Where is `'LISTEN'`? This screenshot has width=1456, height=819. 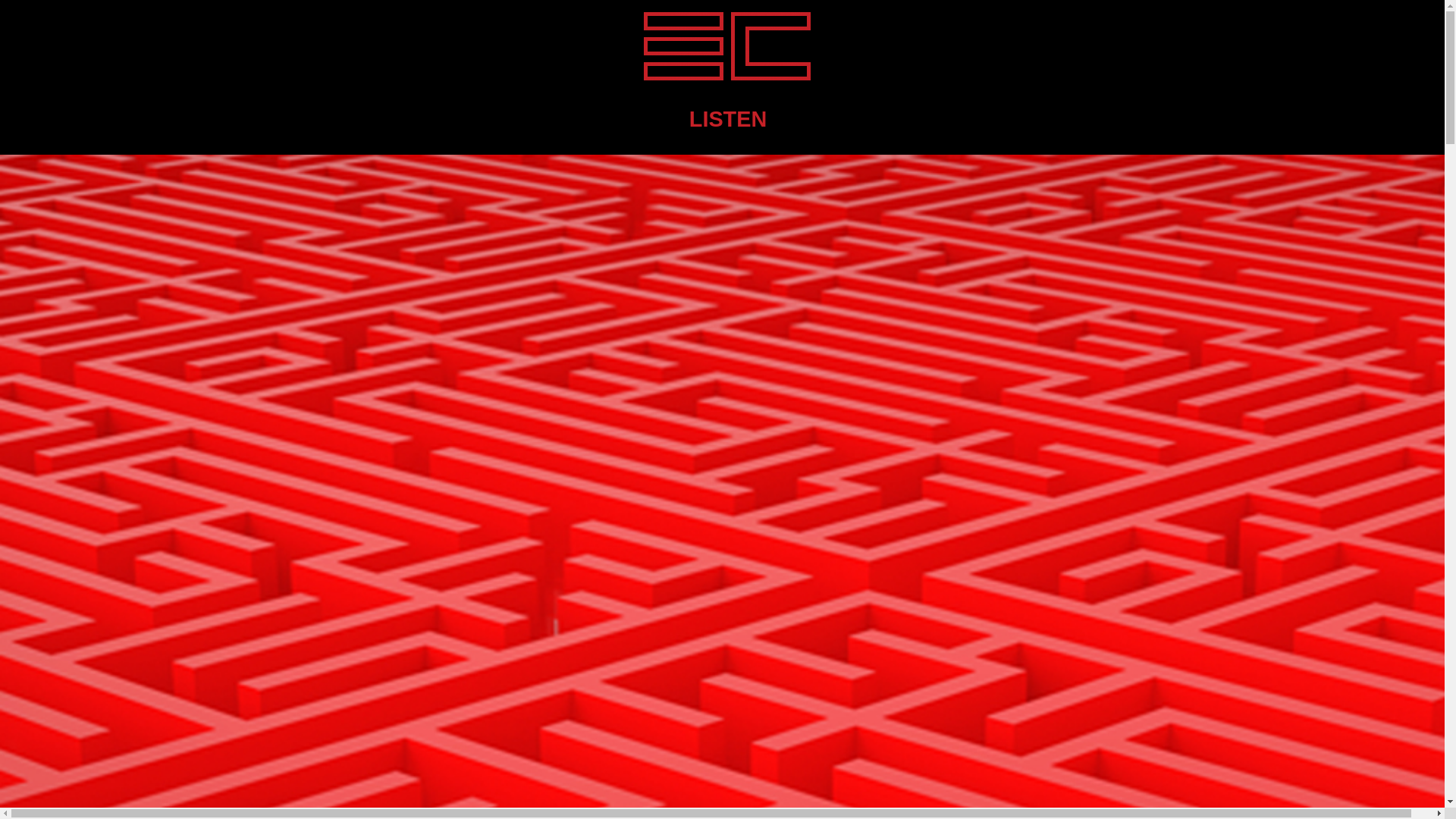
'LISTEN' is located at coordinates (688, 118).